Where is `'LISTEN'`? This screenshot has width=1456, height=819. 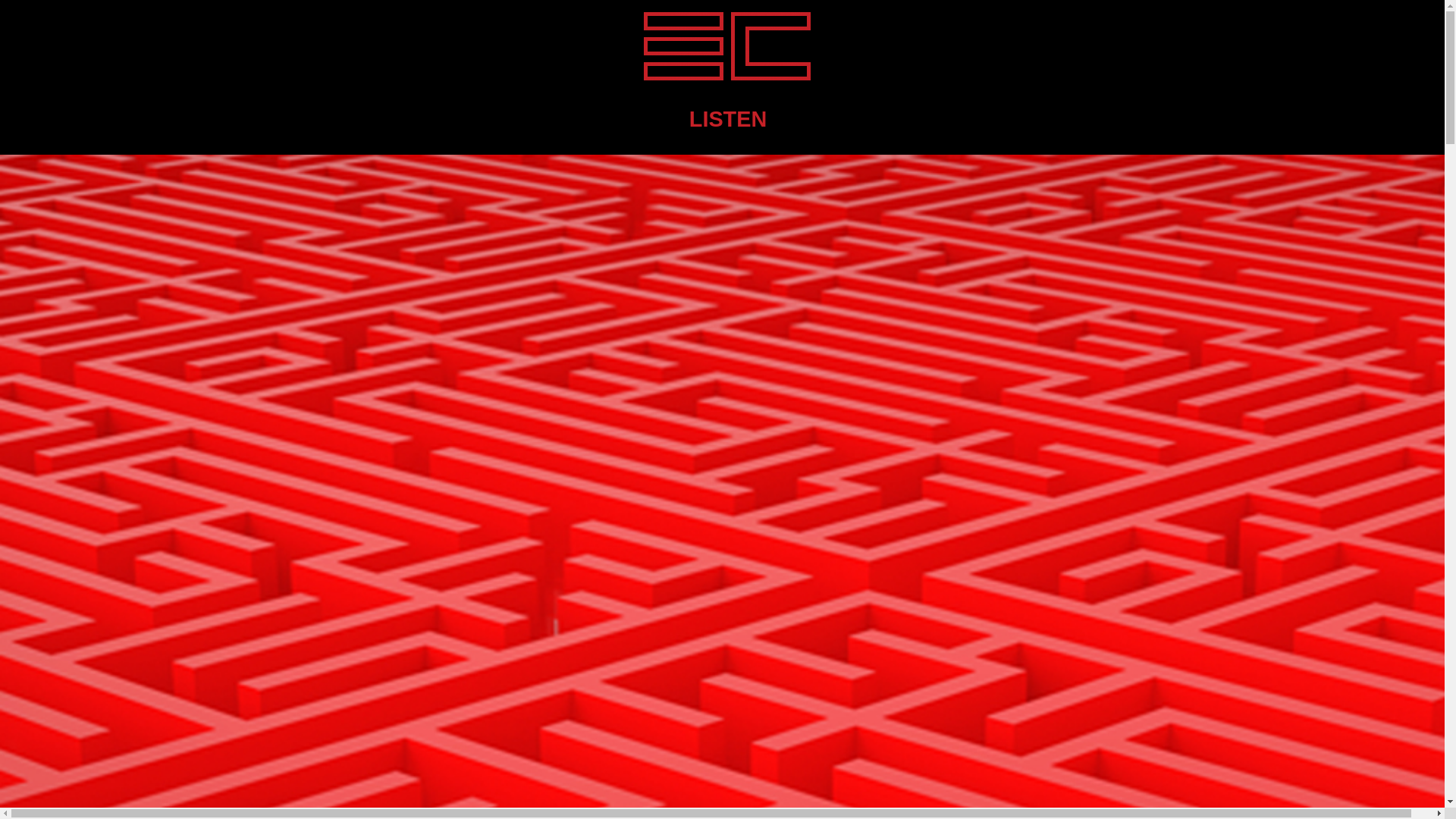
'LISTEN' is located at coordinates (688, 118).